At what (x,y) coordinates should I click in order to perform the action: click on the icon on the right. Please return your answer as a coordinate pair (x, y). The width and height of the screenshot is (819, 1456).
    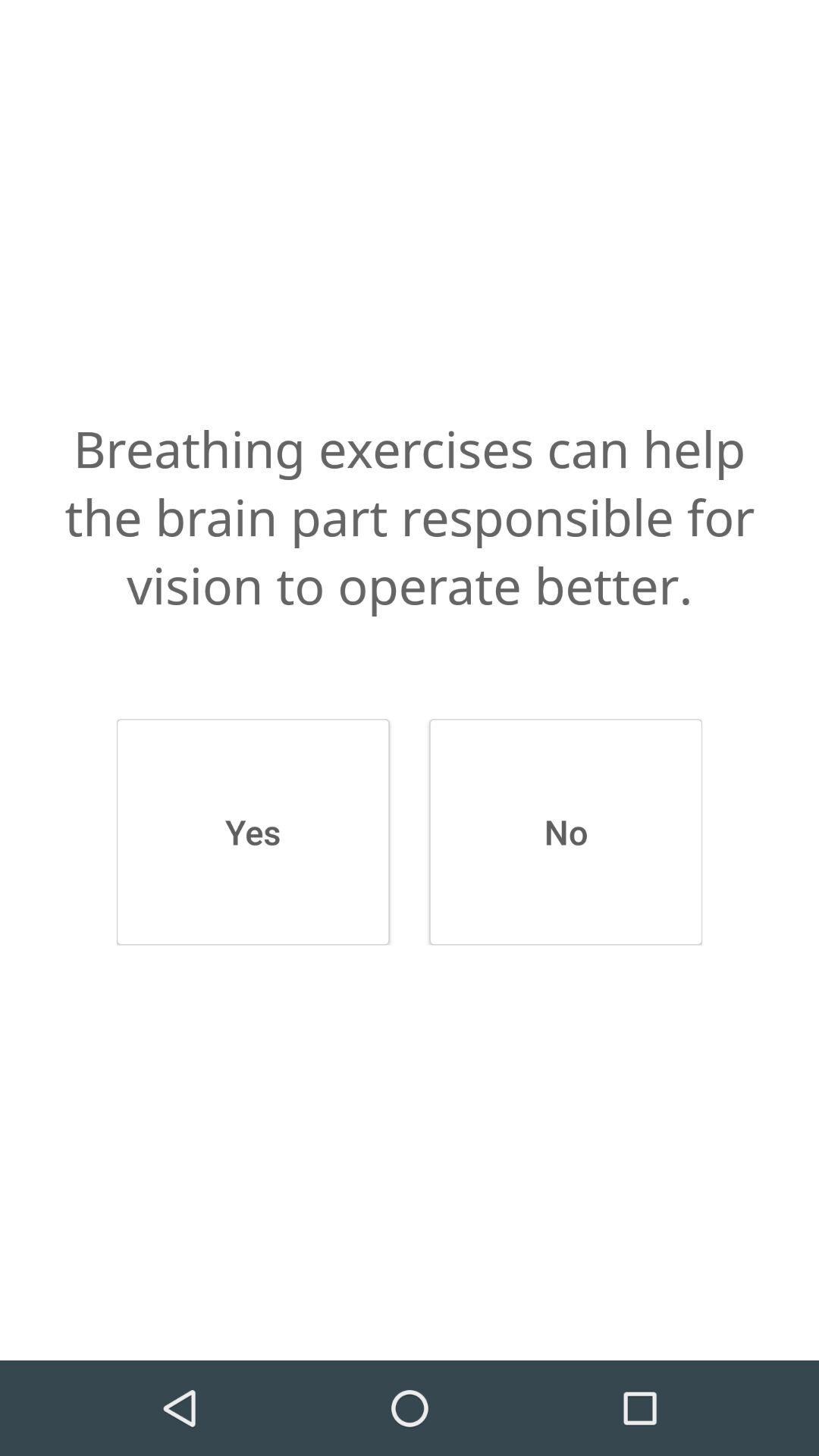
    Looking at the image, I should click on (566, 831).